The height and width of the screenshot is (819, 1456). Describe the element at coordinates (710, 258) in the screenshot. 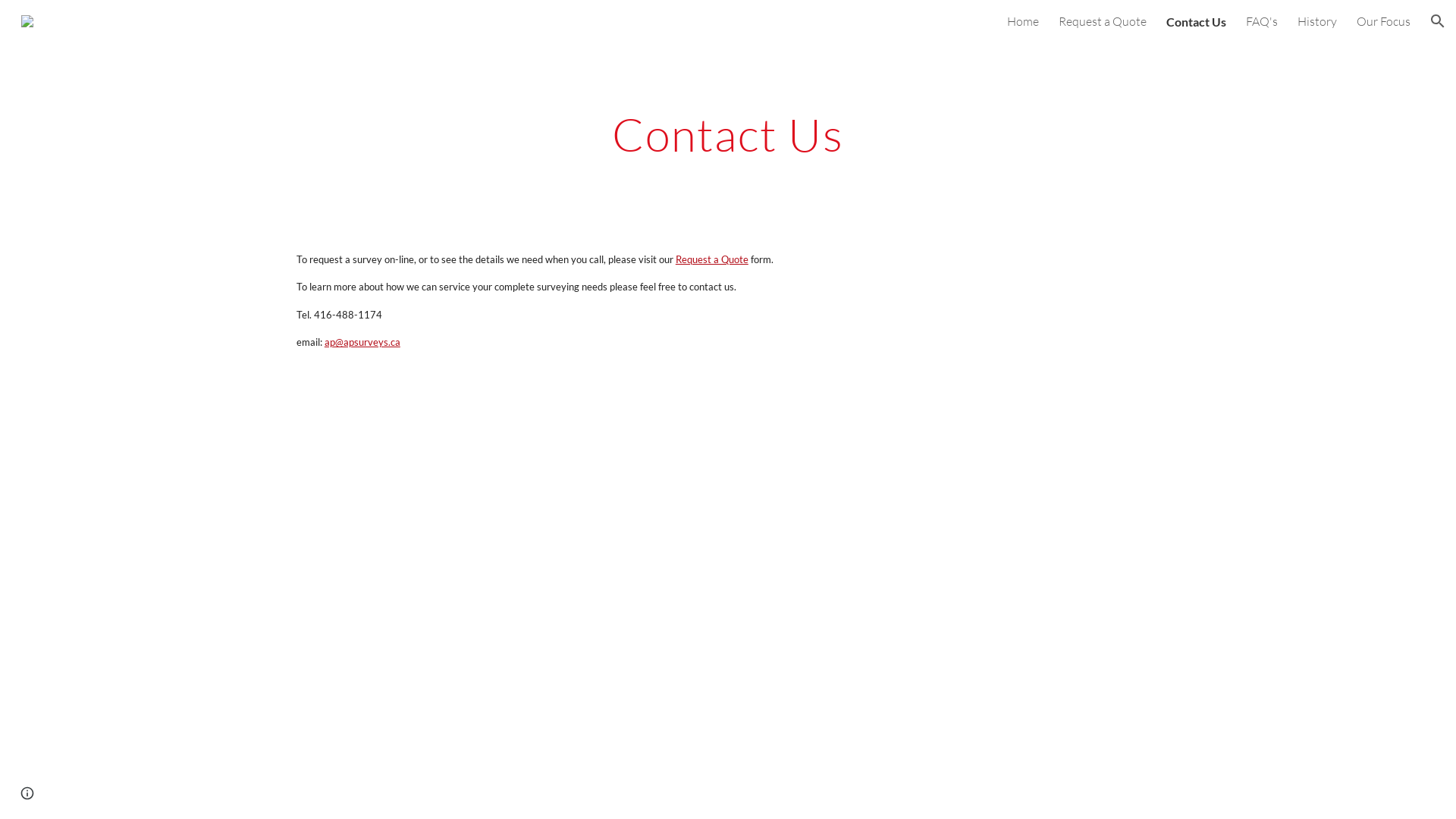

I see `'Request a Quote'` at that location.